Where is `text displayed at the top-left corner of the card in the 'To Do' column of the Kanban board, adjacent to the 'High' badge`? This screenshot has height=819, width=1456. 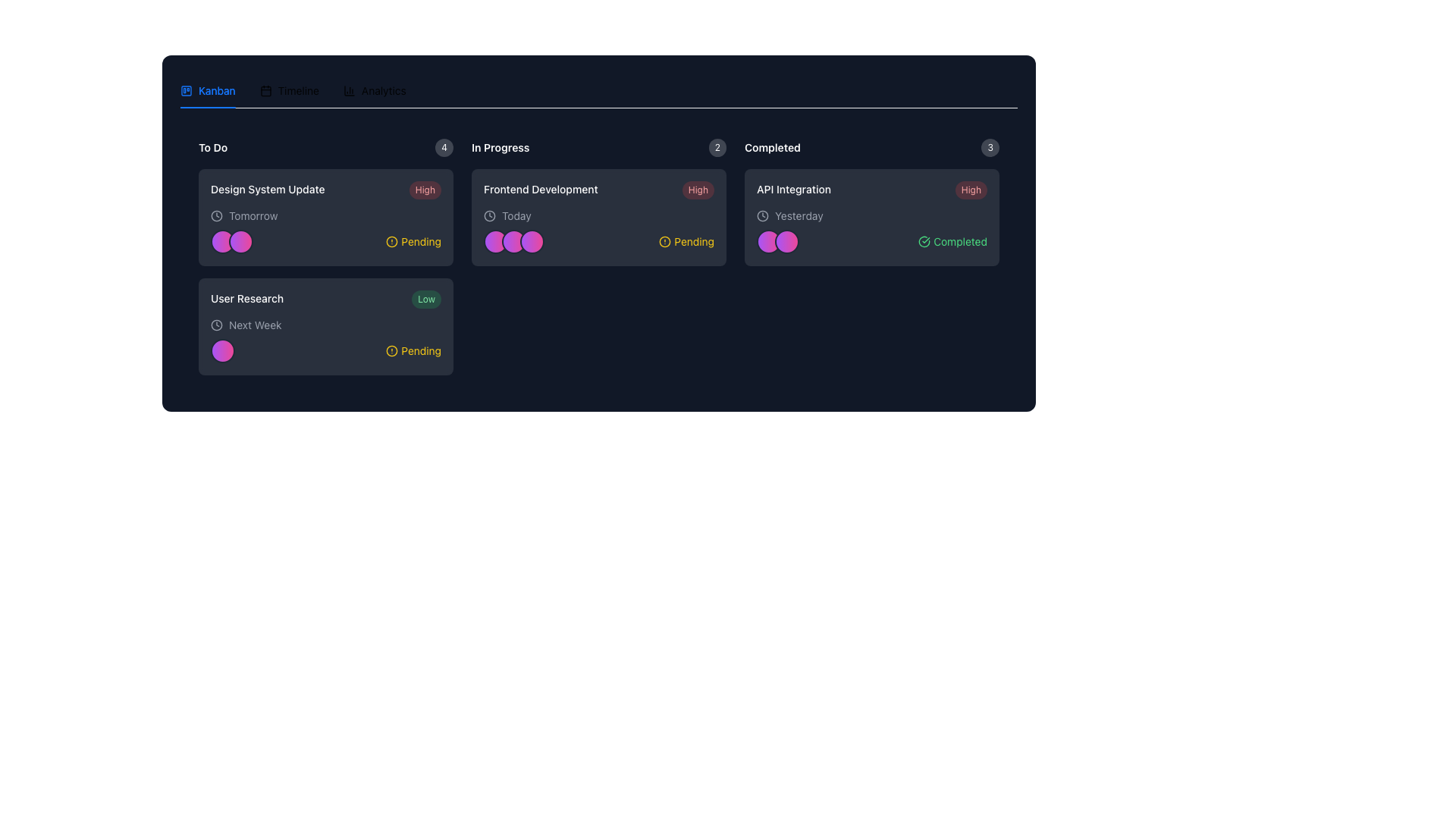 text displayed at the top-left corner of the card in the 'To Do' column of the Kanban board, adjacent to the 'High' badge is located at coordinates (268, 189).